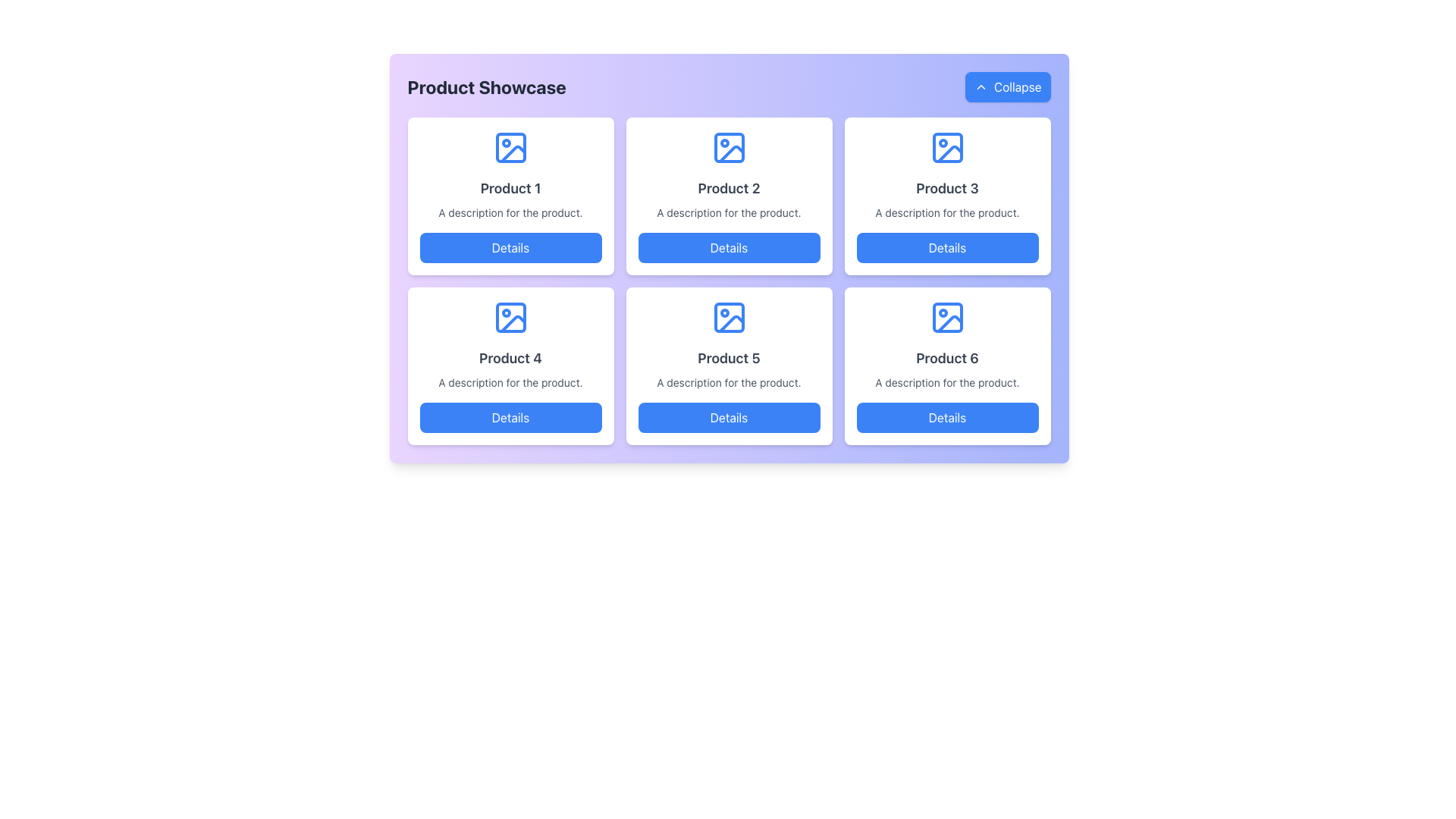 The image size is (1456, 819). I want to click on the icon styled in a blue outline resembling an image with a circle and a line intersecting it, which is located above the text 'Product 2' in the product showcase grid, so click(729, 148).